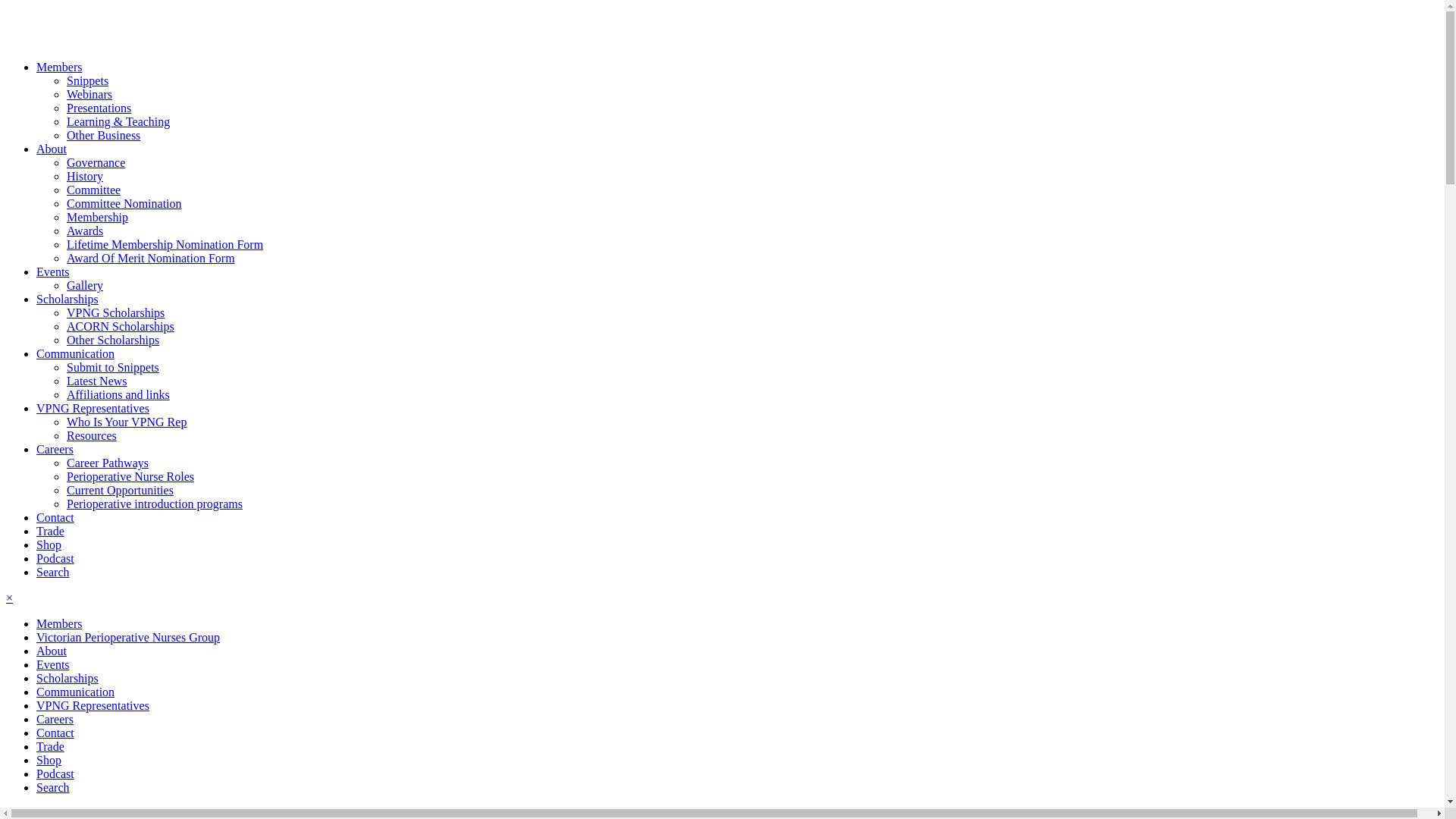 Image resolution: width=1456 pixels, height=819 pixels. What do you see at coordinates (65, 380) in the screenshot?
I see `'Latest News'` at bounding box center [65, 380].